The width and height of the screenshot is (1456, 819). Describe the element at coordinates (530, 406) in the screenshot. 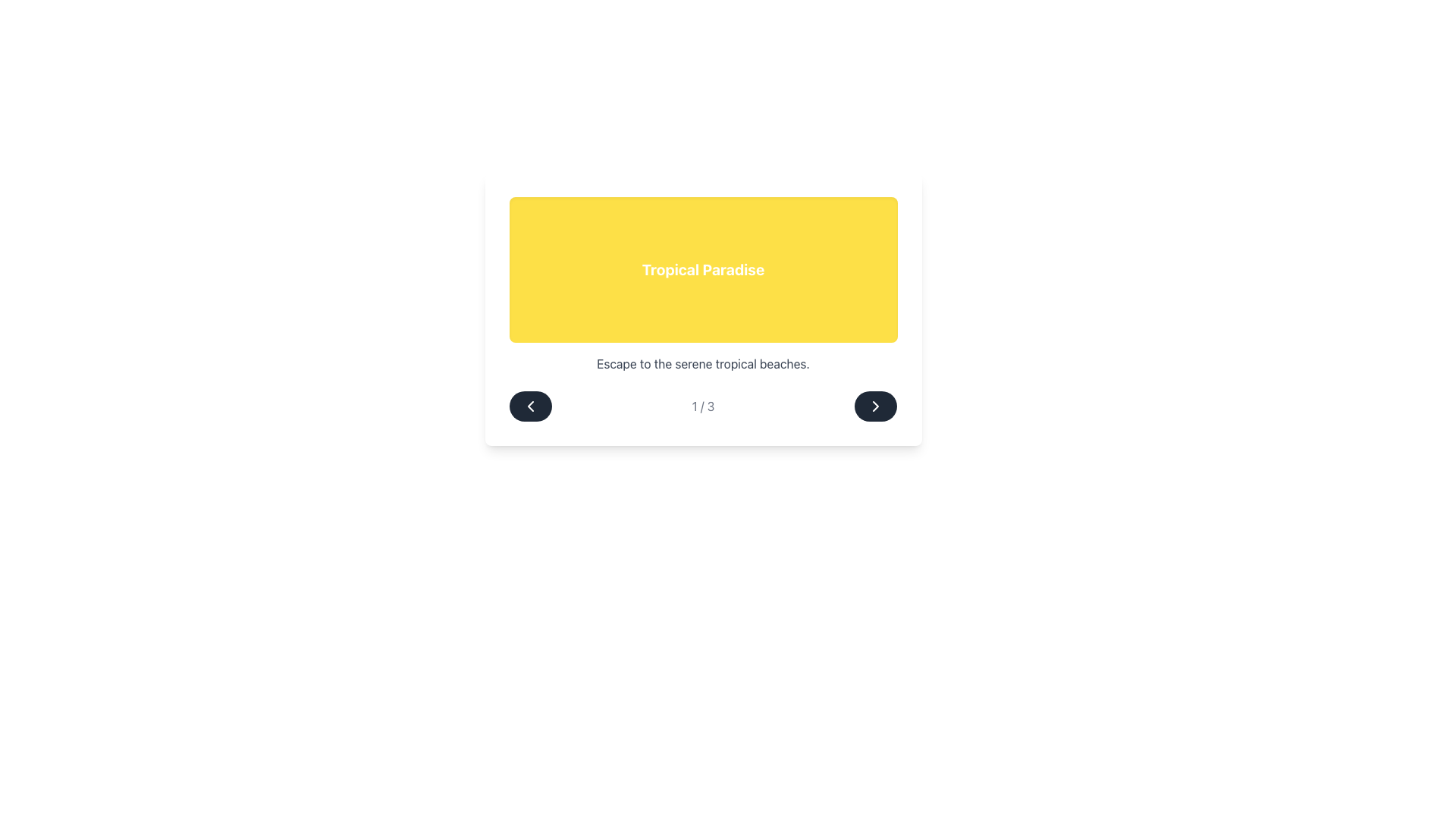

I see `the chevron icon on the bottom-left navigation button` at that location.